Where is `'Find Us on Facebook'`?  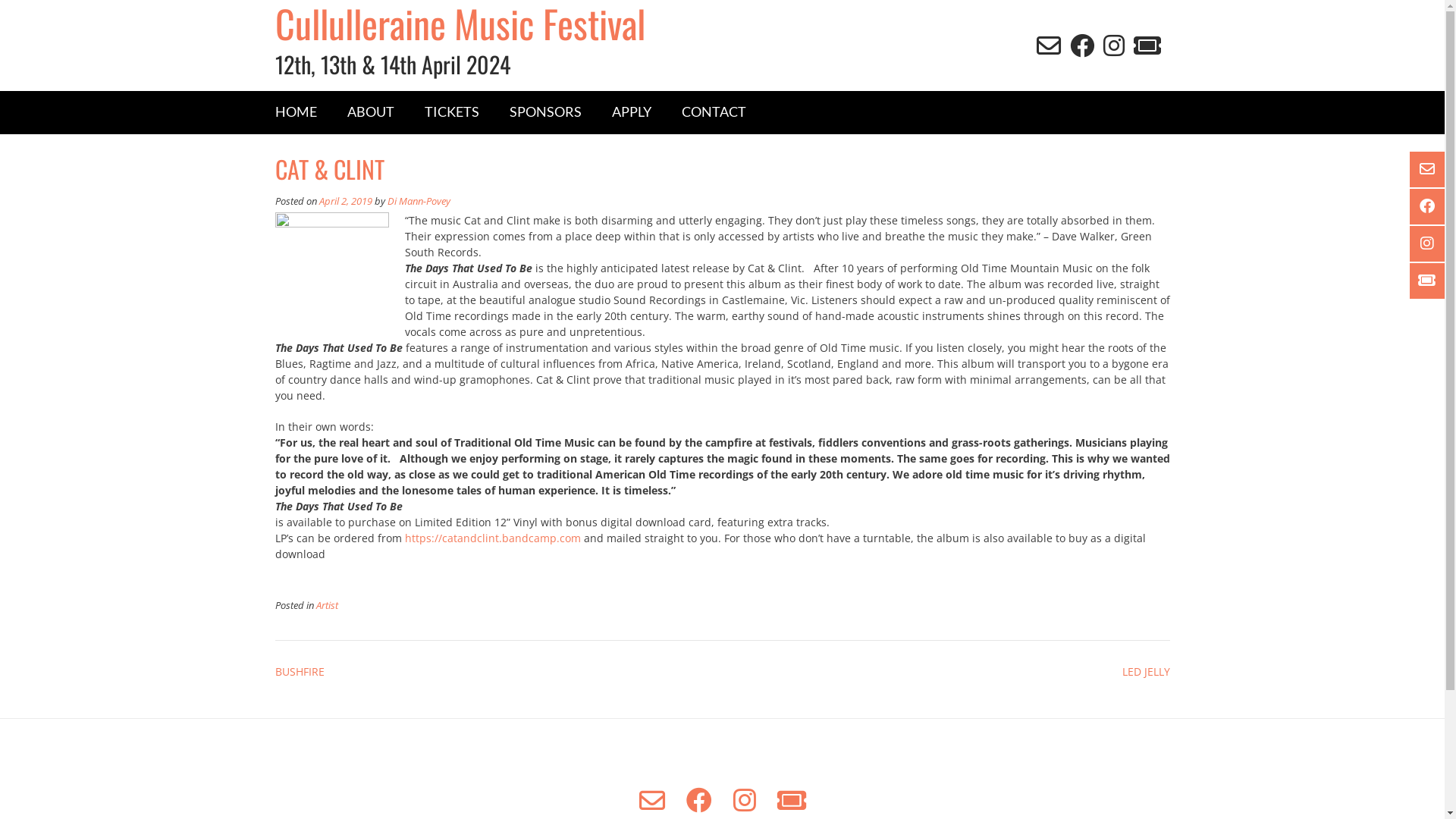
'Find Us on Facebook' is located at coordinates (698, 799).